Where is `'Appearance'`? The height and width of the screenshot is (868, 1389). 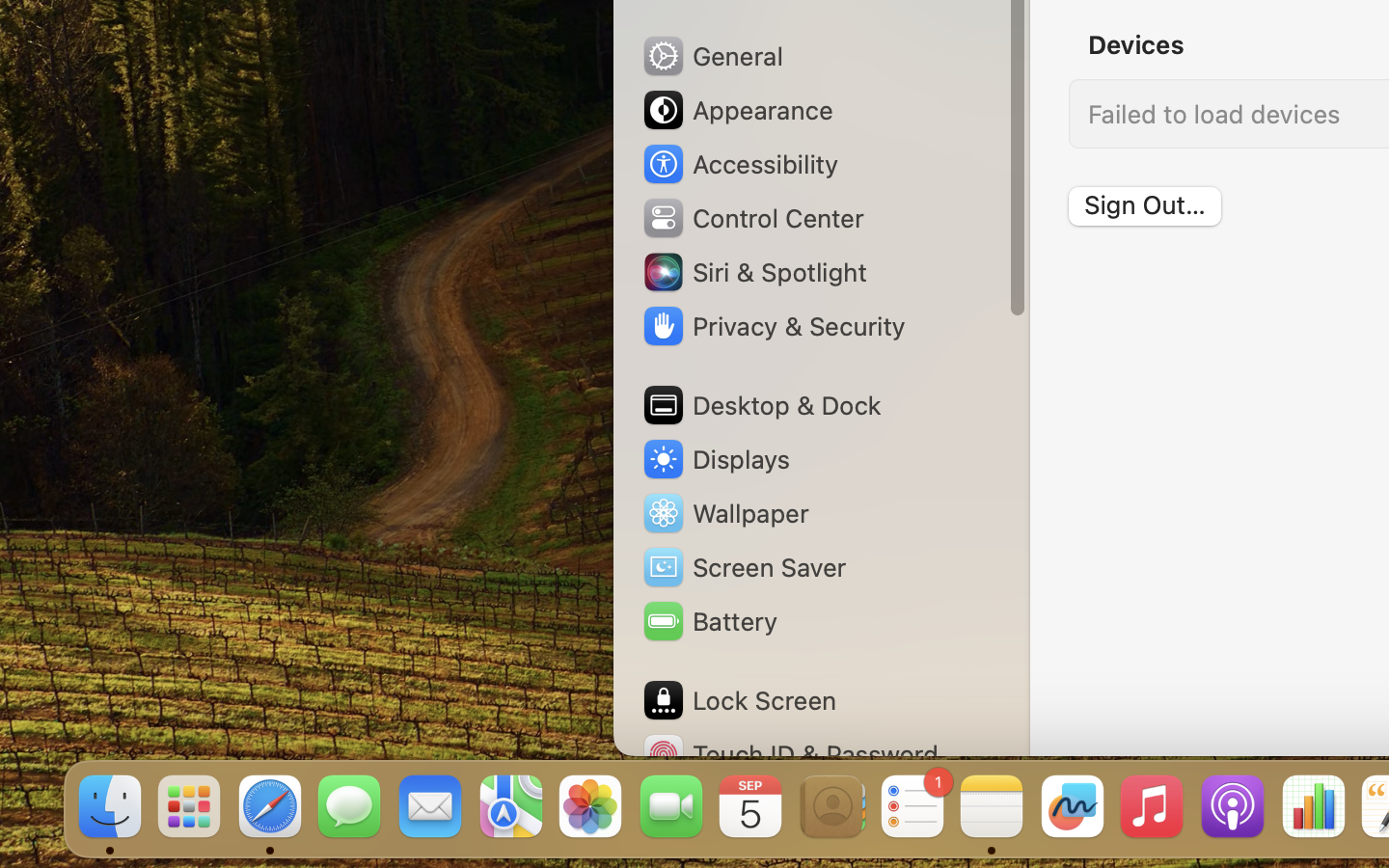 'Appearance' is located at coordinates (736, 110).